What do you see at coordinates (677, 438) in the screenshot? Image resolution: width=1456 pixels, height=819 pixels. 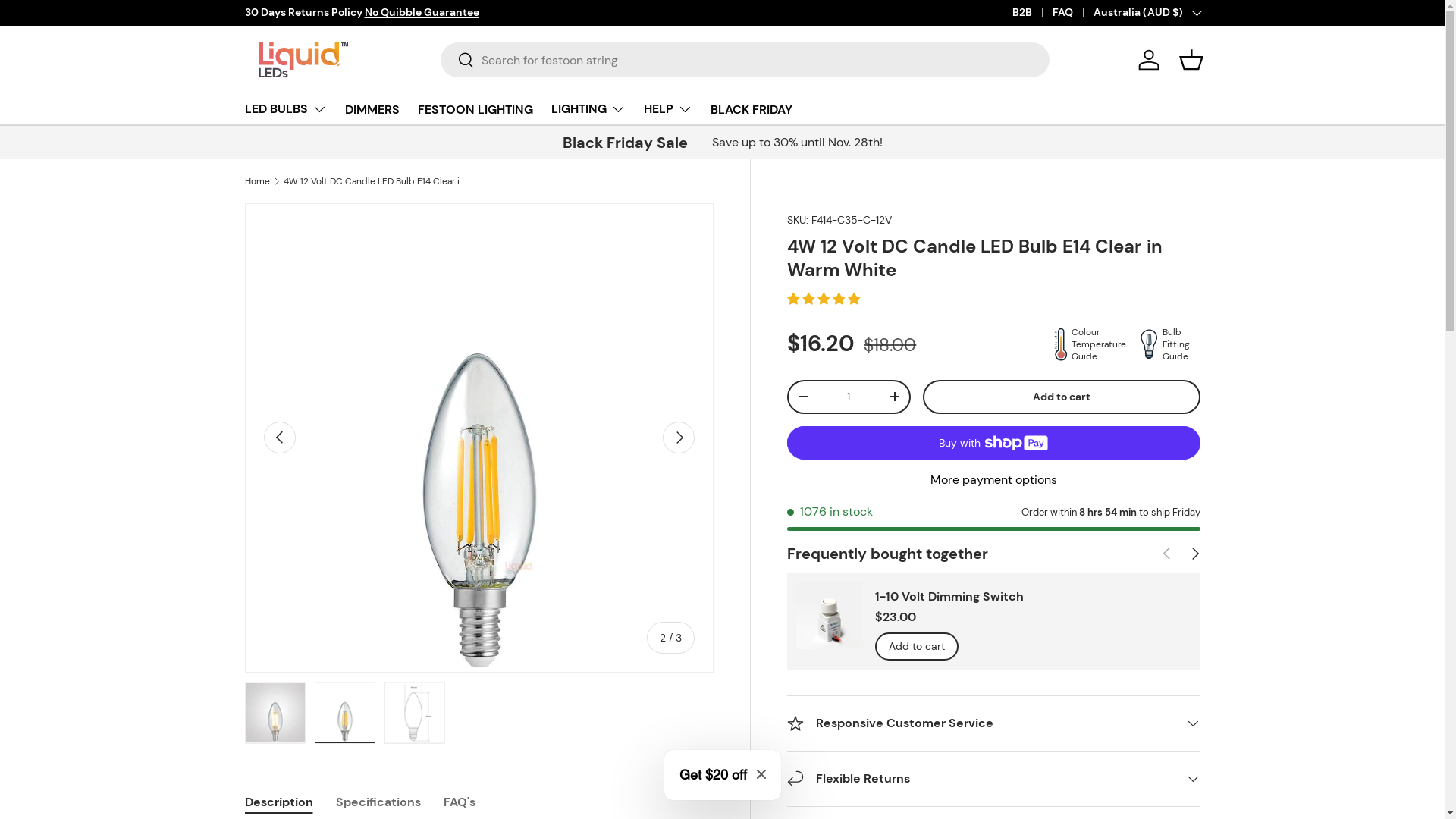 I see `'Next'` at bounding box center [677, 438].